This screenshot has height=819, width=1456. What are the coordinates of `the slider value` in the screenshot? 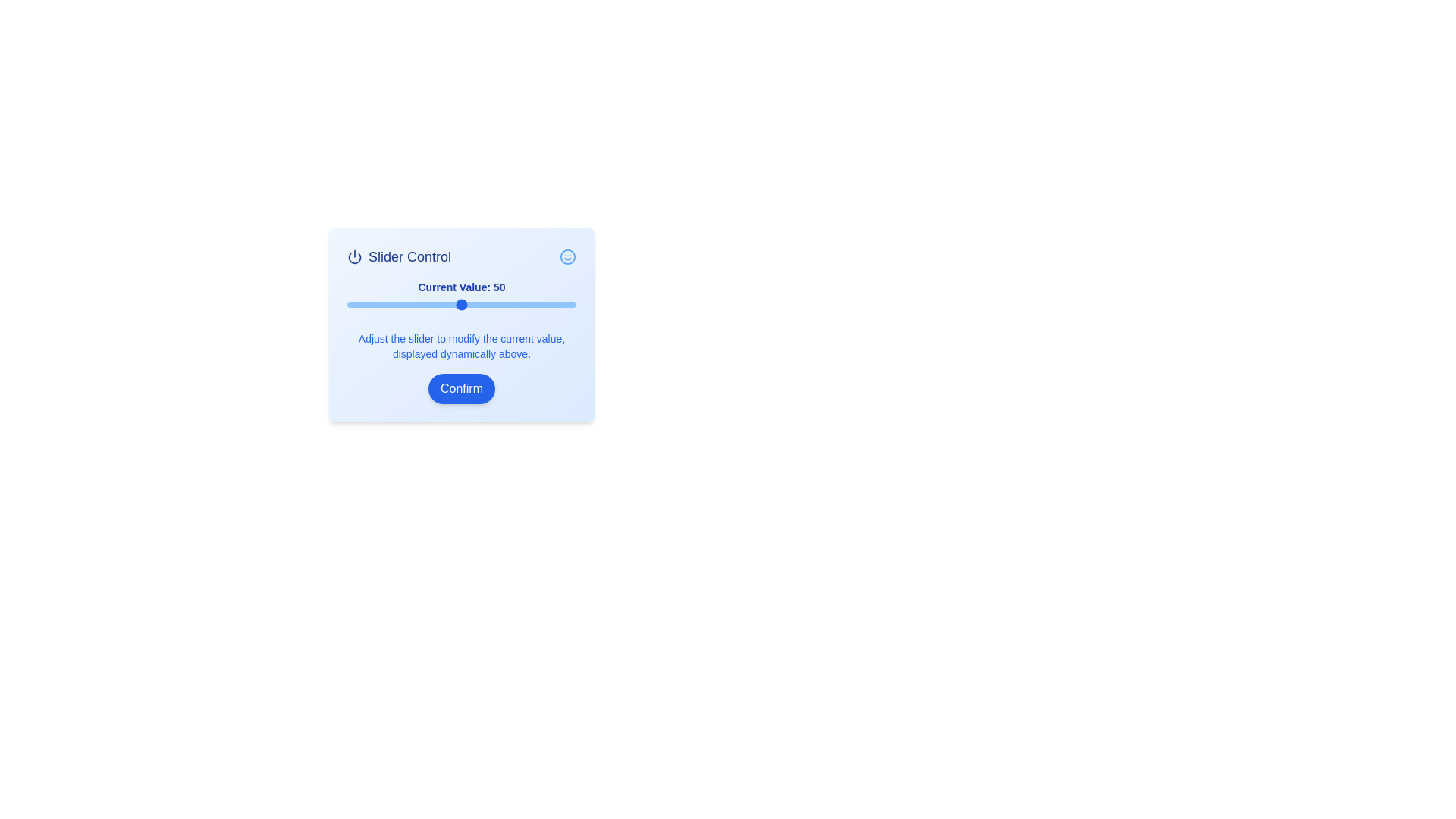 It's located at (568, 304).